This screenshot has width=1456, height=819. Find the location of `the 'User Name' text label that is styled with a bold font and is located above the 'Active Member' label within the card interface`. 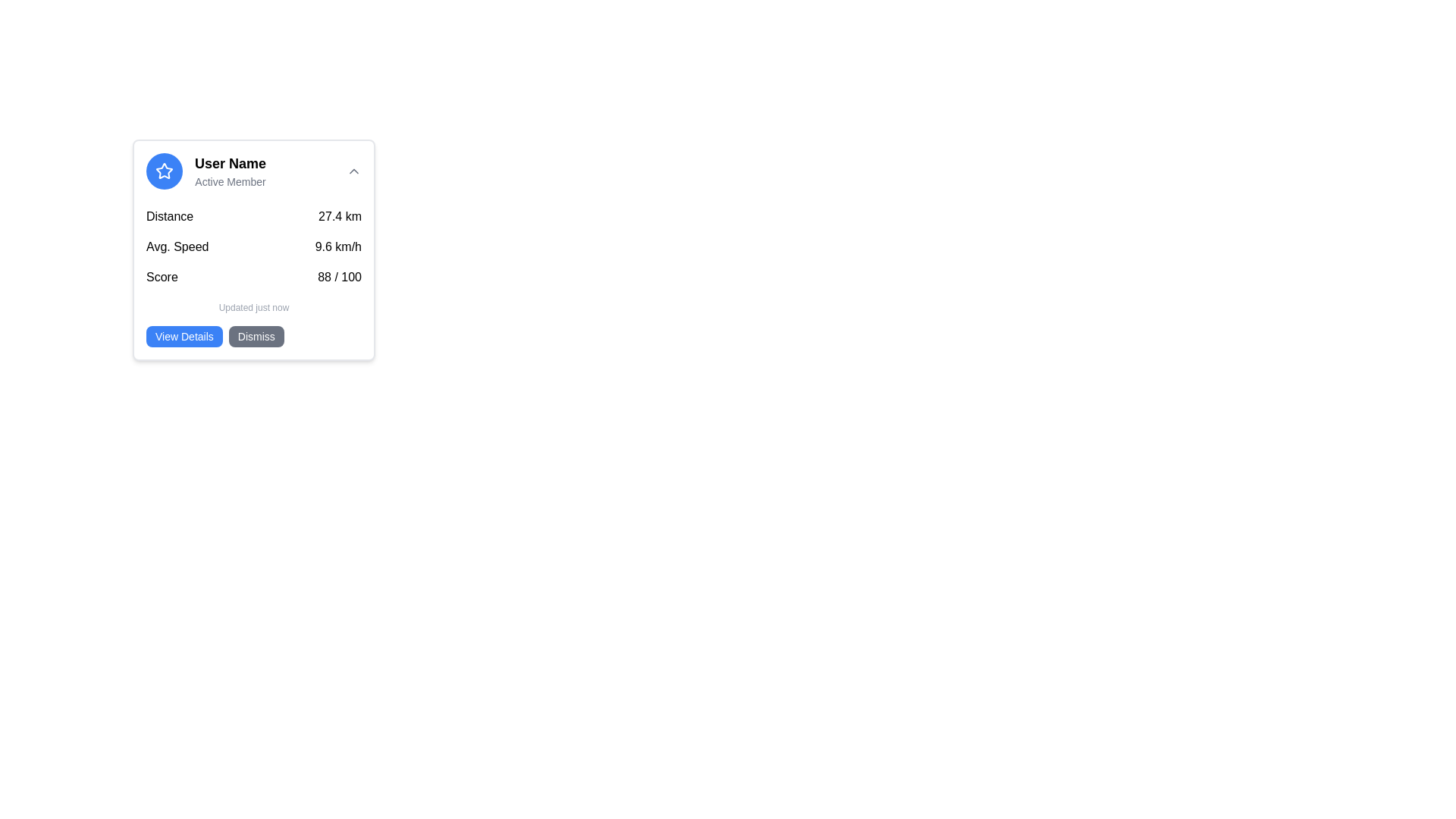

the 'User Name' text label that is styled with a bold font and is located above the 'Active Member' label within the card interface is located at coordinates (229, 164).